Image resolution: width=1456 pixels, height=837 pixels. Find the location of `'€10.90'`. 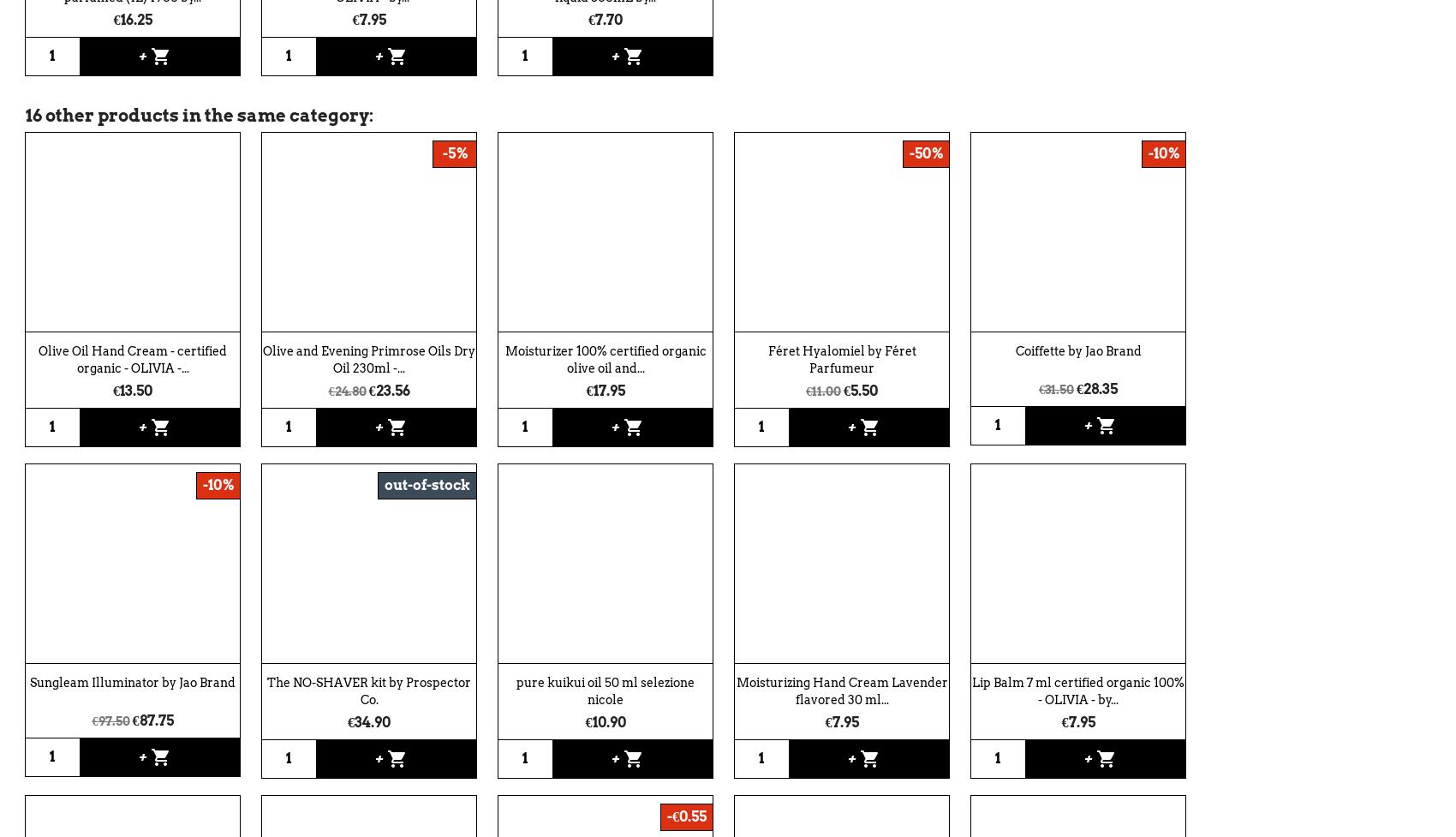

'€10.90' is located at coordinates (585, 720).